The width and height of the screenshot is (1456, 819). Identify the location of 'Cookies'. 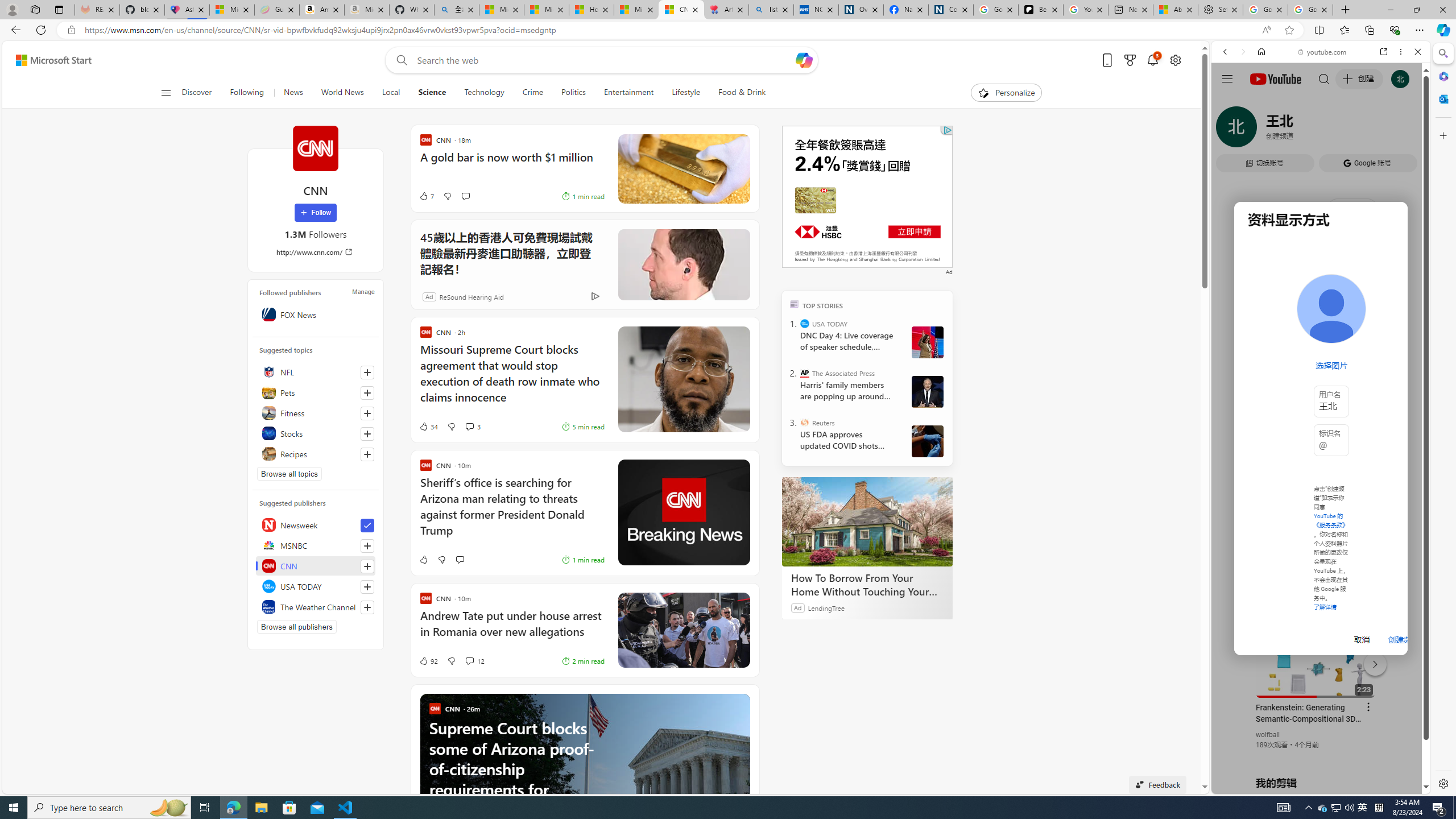
(950, 9).